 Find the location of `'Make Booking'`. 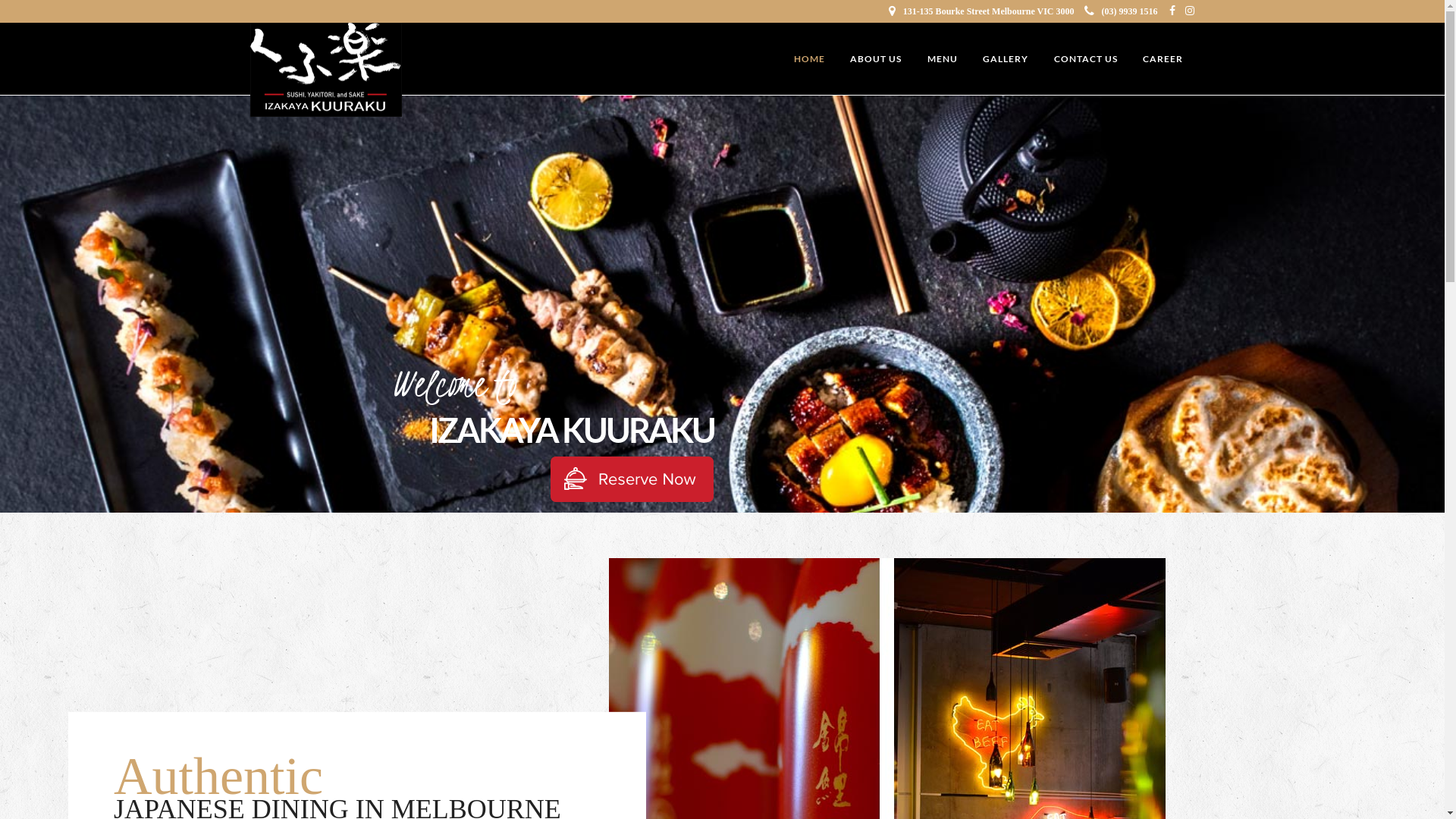

'Make Booking' is located at coordinates (632, 479).